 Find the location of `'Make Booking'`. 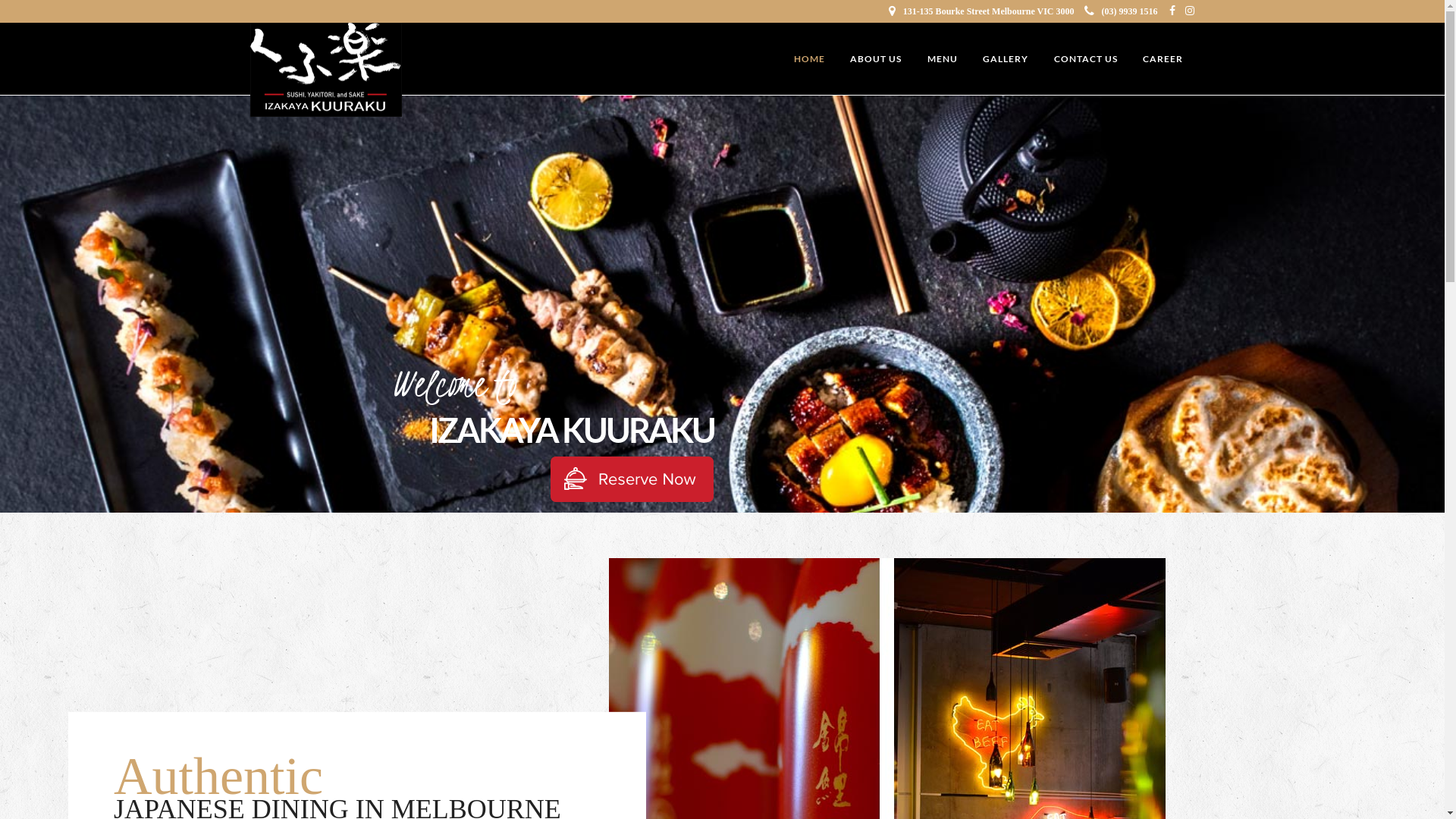

'Make Booking' is located at coordinates (632, 479).